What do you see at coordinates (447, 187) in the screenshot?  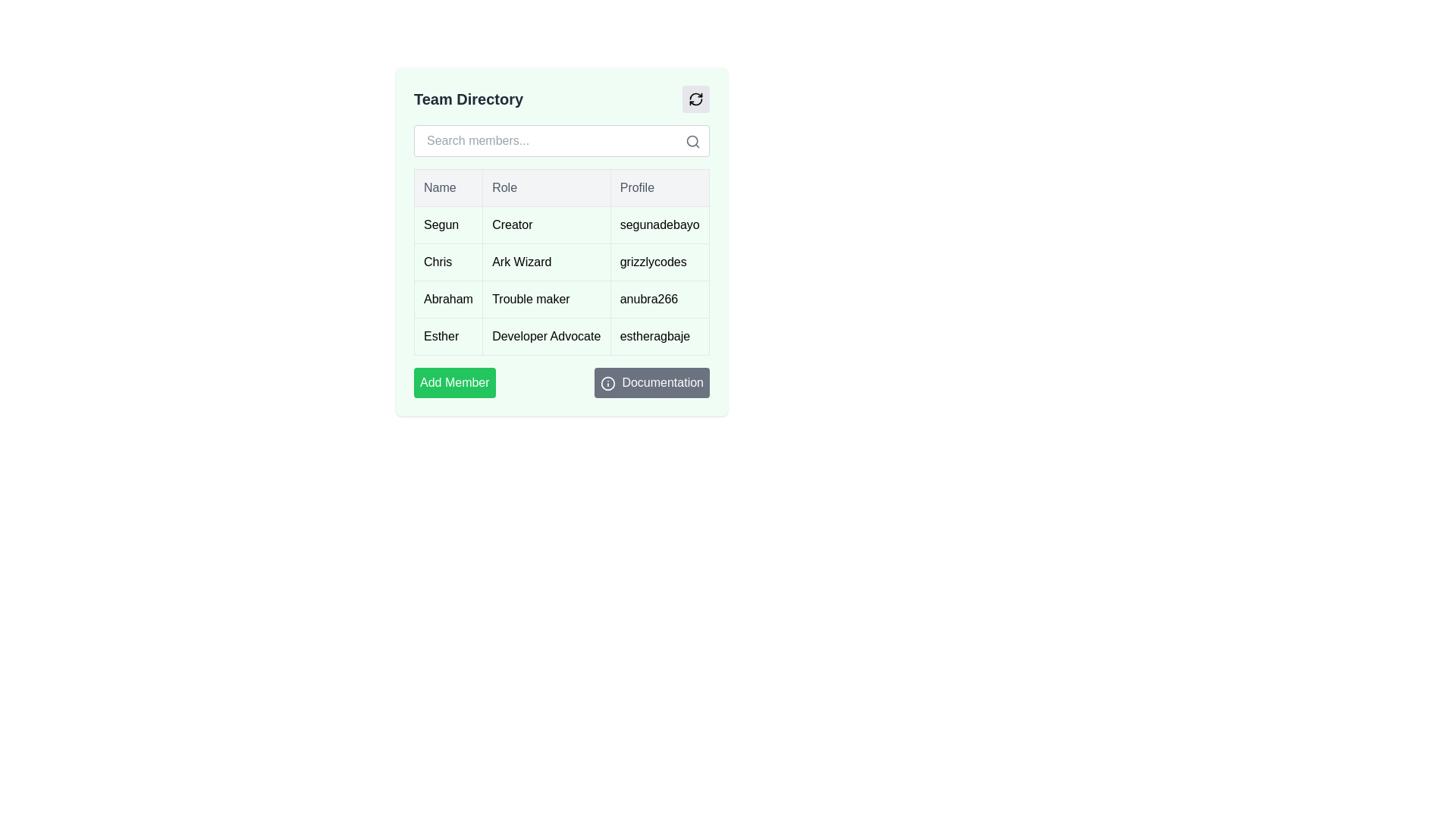 I see `text of the first table header, which indicates the names of the corresponding data below` at bounding box center [447, 187].